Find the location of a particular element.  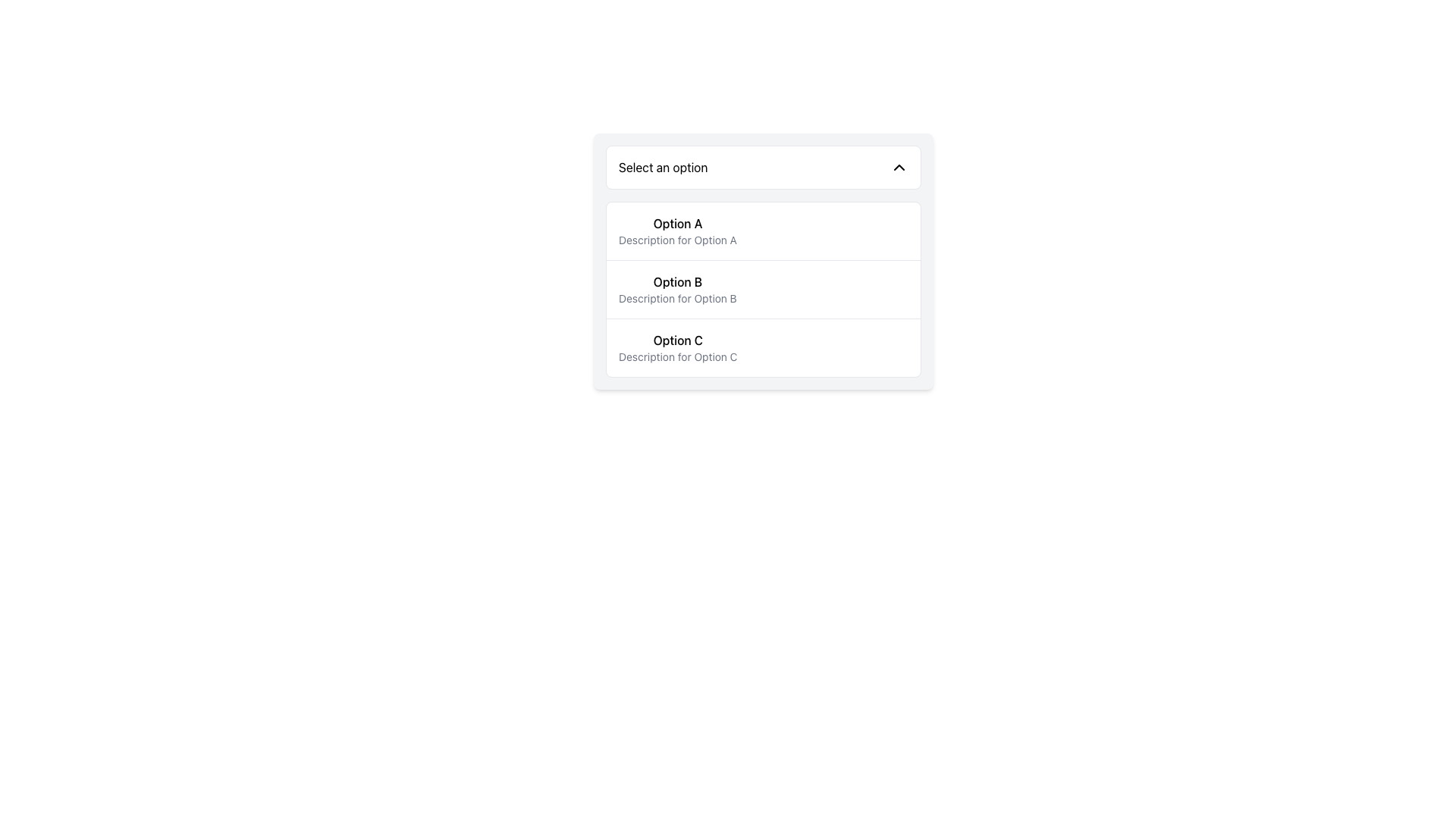

the Dropdown menu list item that displays 'Option A' and 'Description for Option A' is located at coordinates (676, 231).